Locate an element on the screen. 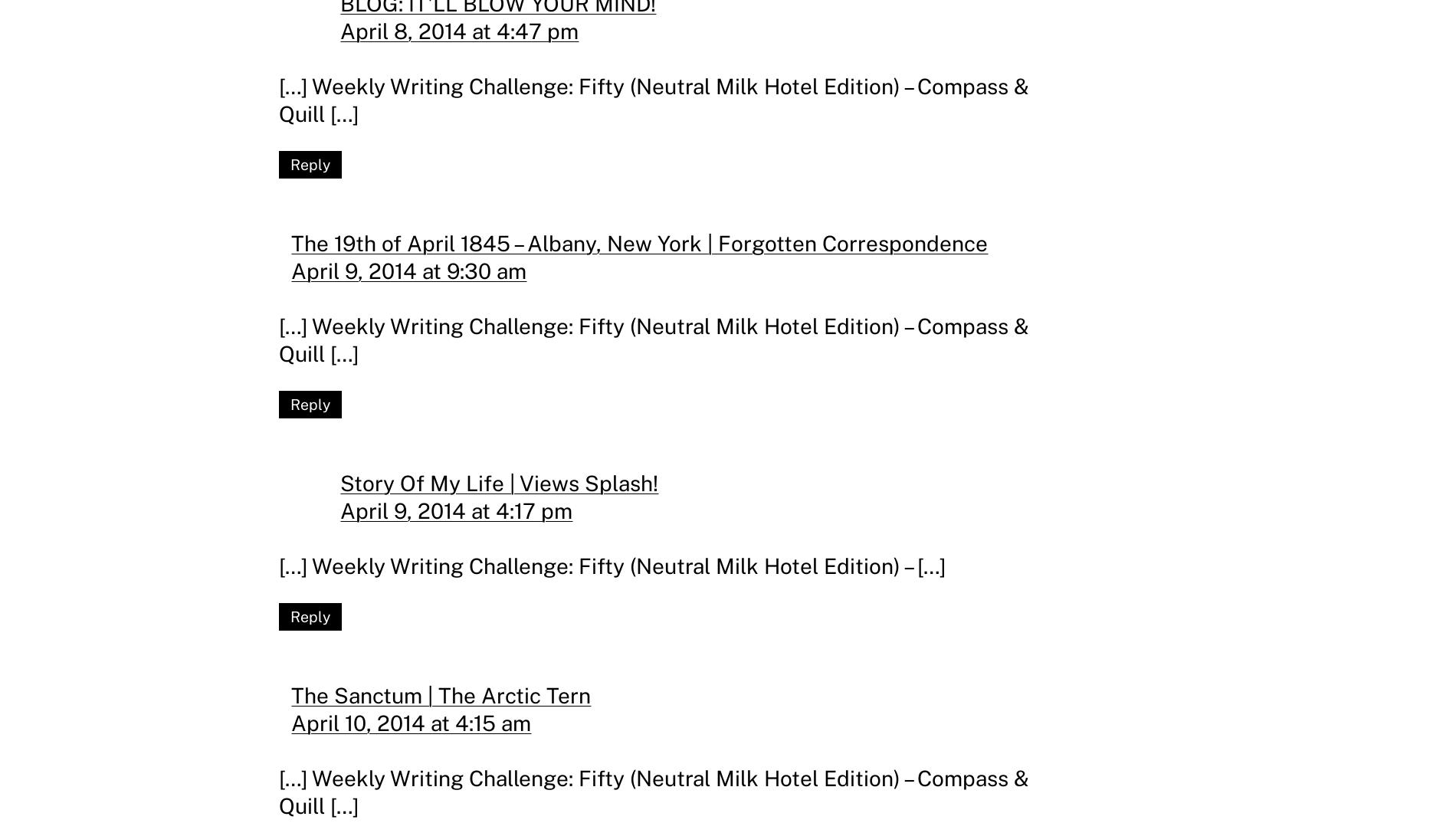 The width and height of the screenshot is (1456, 823). 'April 9, 2014 at 9:30 am' is located at coordinates (290, 269).